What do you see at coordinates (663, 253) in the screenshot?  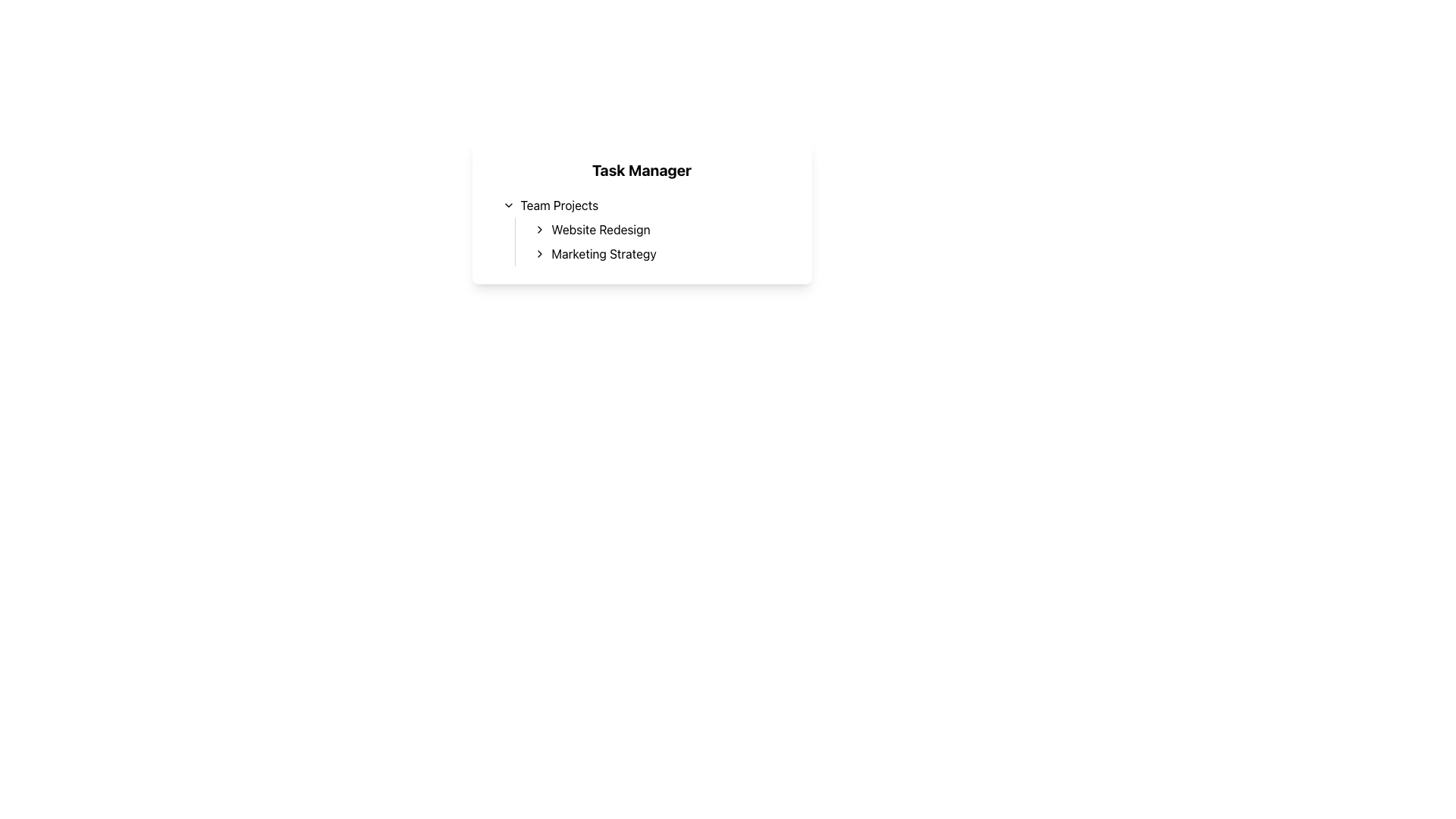 I see `the 'Marketing Strategy' list item in the 'Team Projects' section` at bounding box center [663, 253].